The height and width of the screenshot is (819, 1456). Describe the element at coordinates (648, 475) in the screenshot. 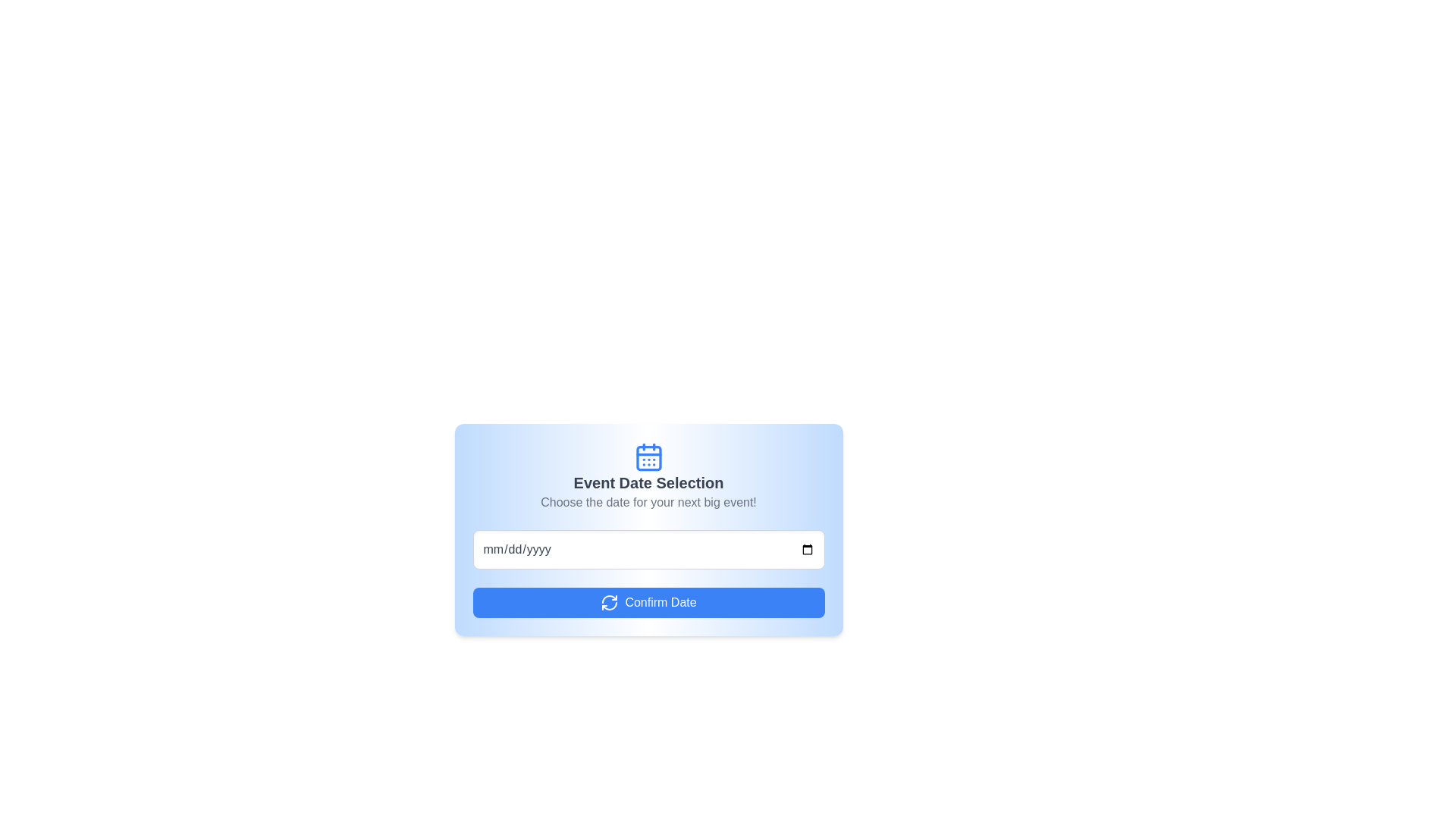

I see `the informational panel that serves as a header and provides context for the date selection functionality` at that location.